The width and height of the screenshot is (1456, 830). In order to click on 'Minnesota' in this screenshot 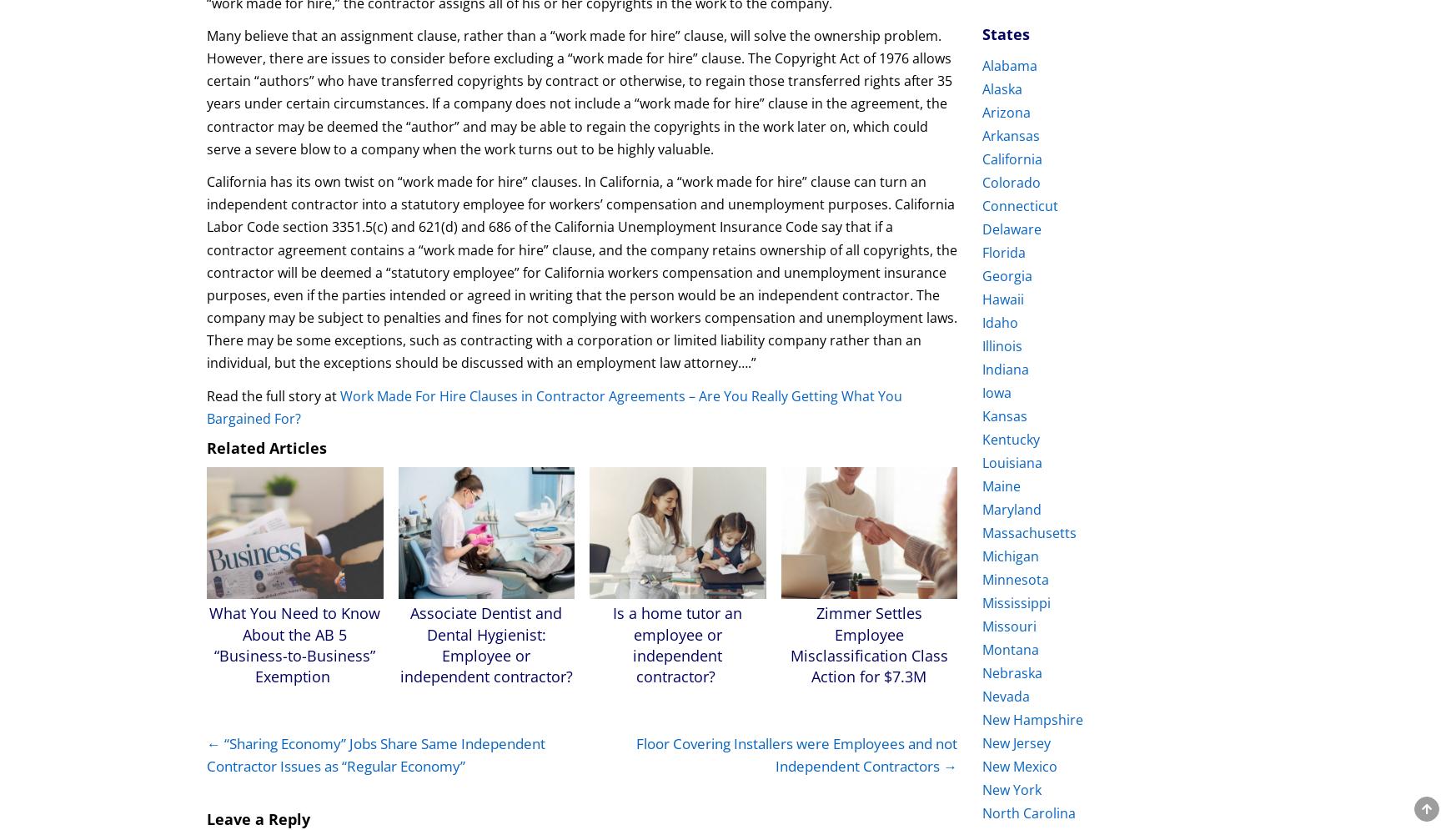, I will do `click(1016, 580)`.